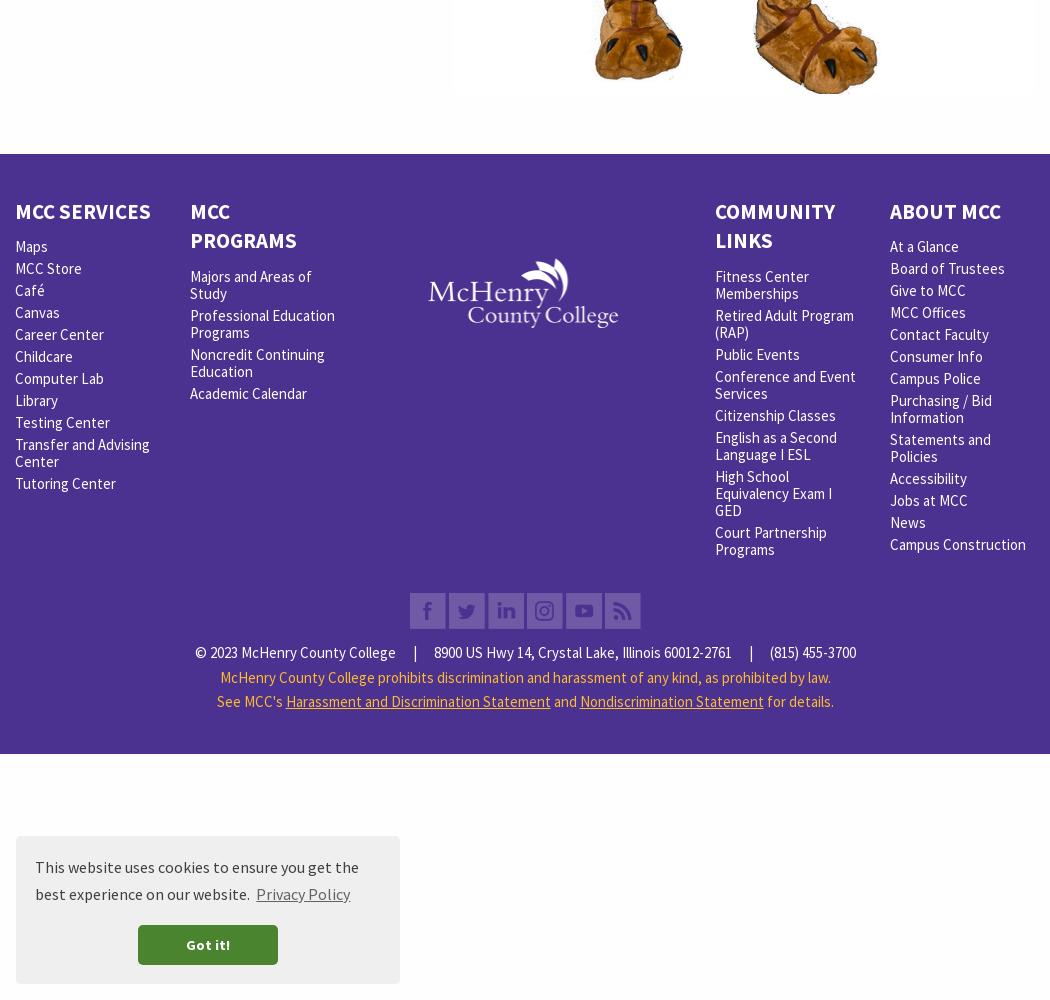  I want to click on '8900 US Hwy 14, Crystal Lake, Illinois 60012-2761', so click(581, 652).